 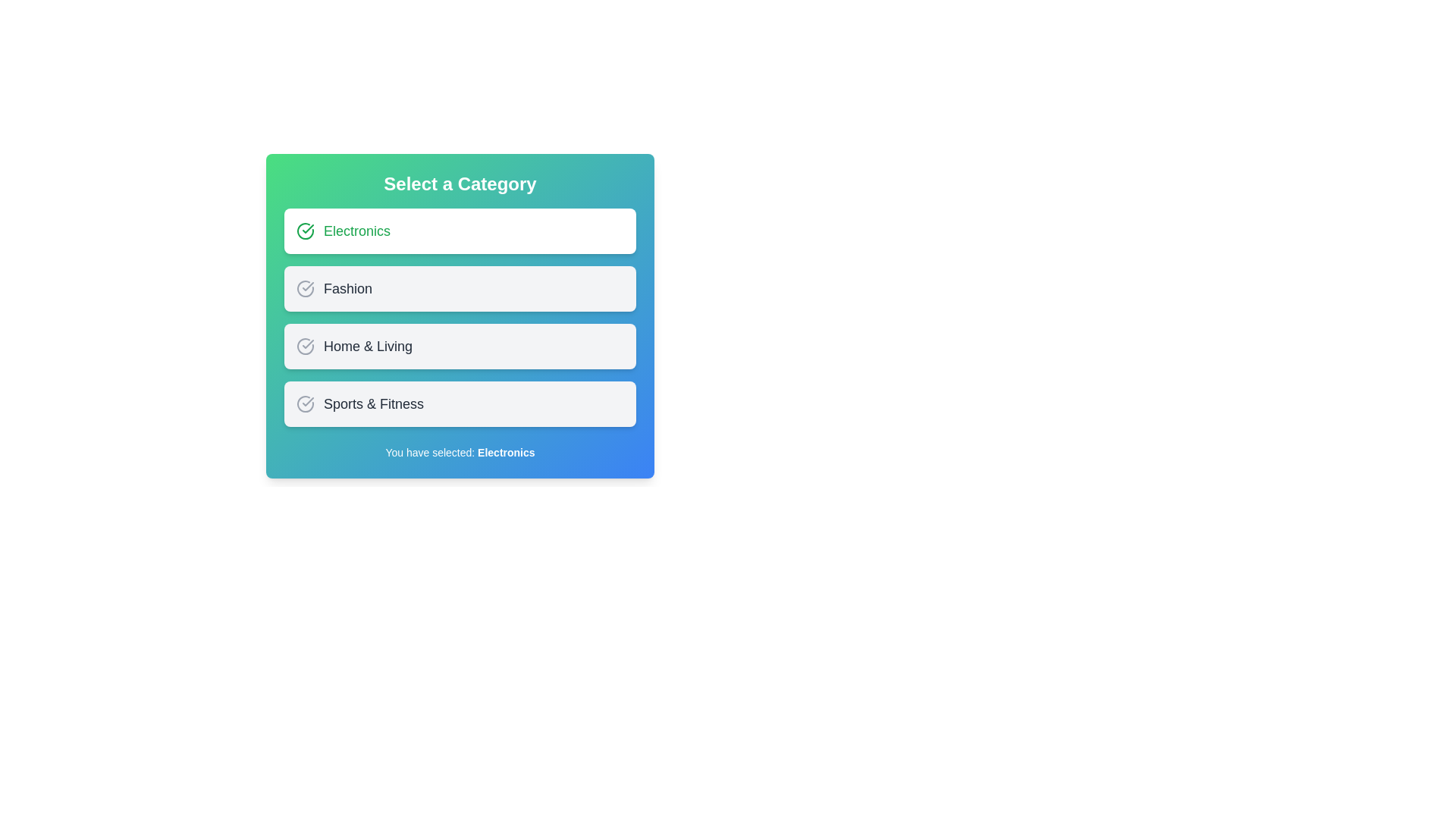 I want to click on the 'Electronics' category icon that visually indicates the active selection in the category options list, so click(x=305, y=231).